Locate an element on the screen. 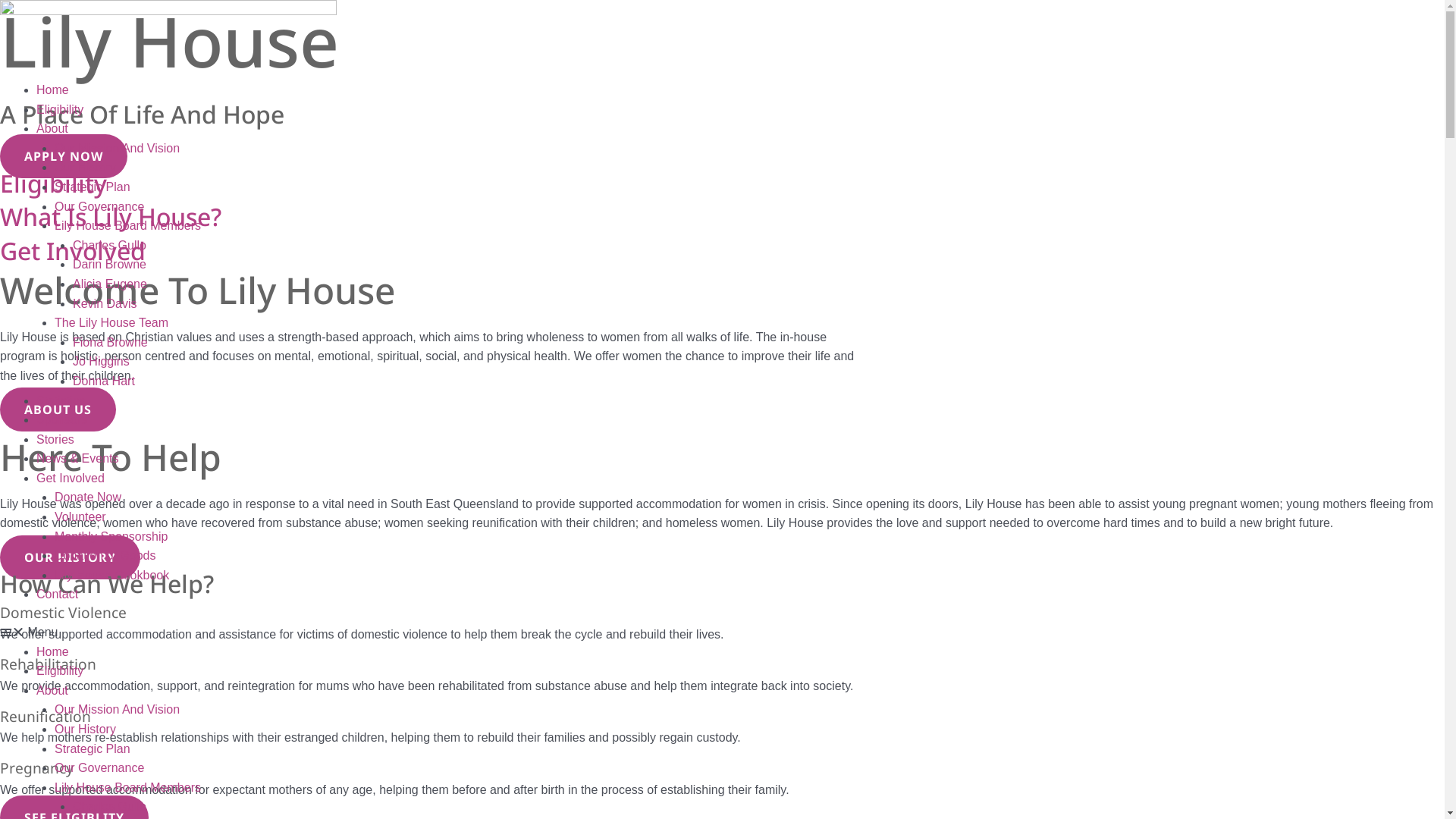  'Jo Higgins' is located at coordinates (72, 361).